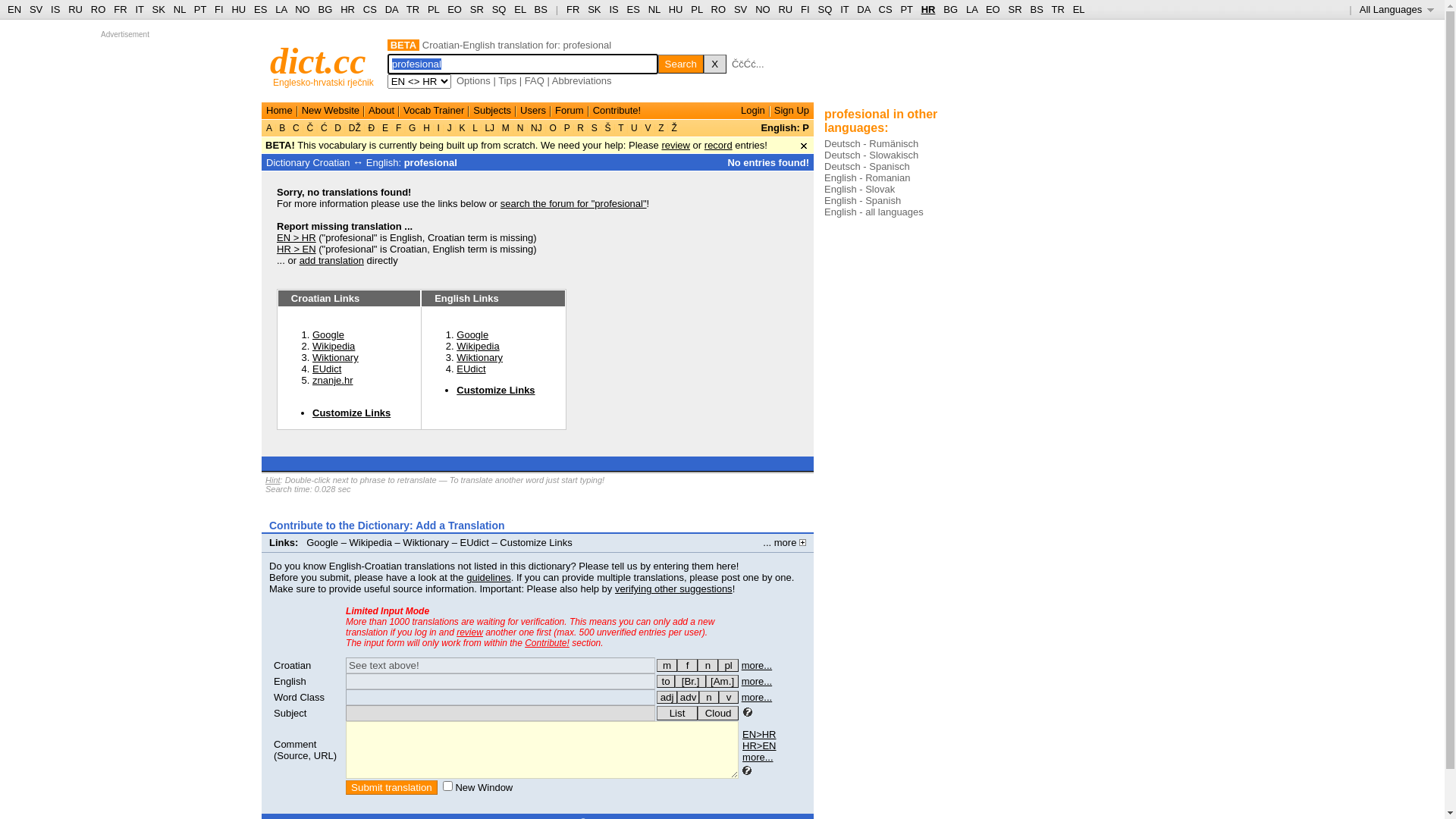 Image resolution: width=1456 pixels, height=819 pixels. I want to click on 'search the forum for "profesional"', so click(573, 202).